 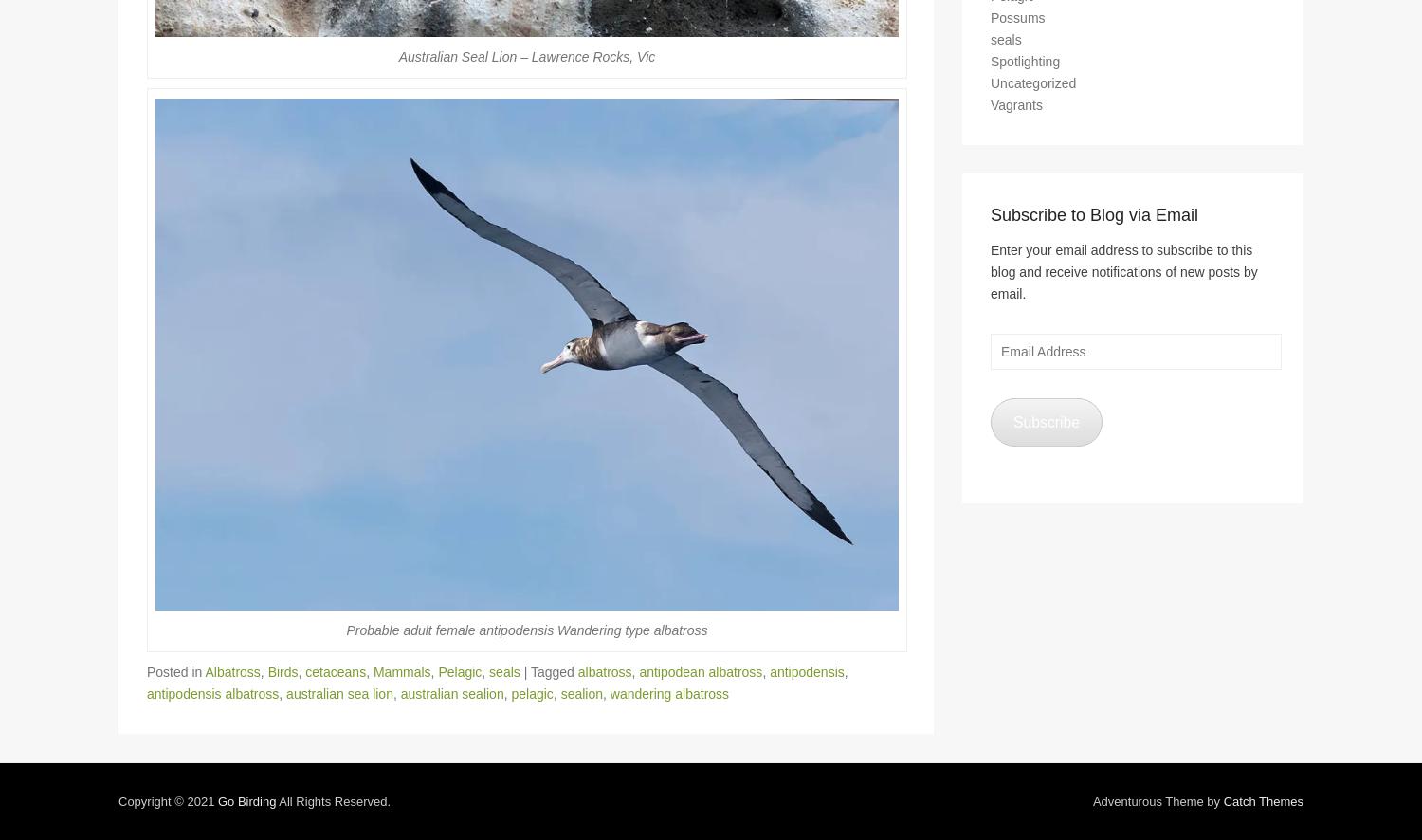 I want to click on 'Possums', so click(x=1016, y=26).